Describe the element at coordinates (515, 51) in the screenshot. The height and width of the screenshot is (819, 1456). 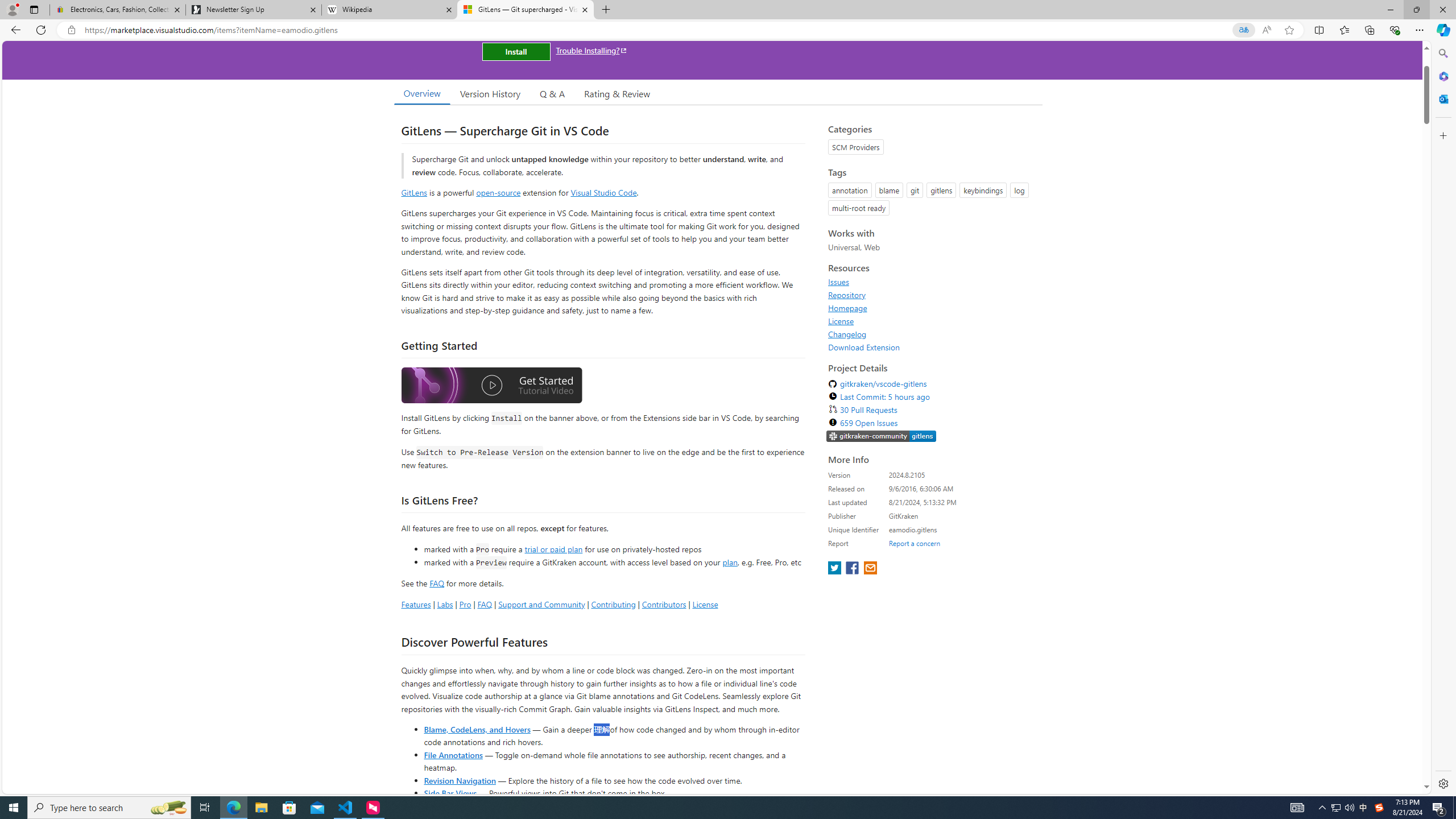
I see `'Install'` at that location.